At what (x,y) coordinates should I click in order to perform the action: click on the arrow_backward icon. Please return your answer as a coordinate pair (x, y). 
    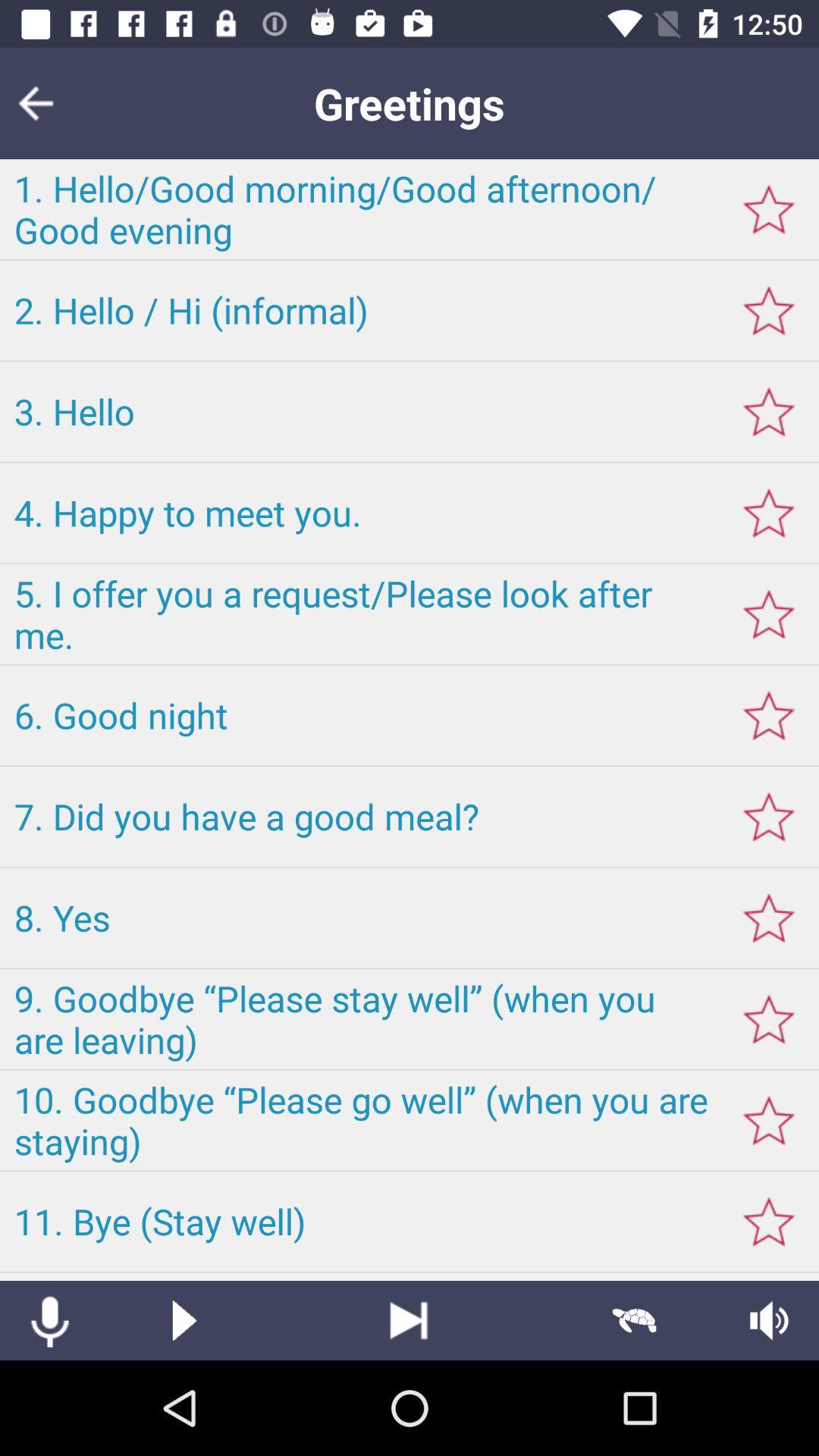
    Looking at the image, I should click on (45, 102).